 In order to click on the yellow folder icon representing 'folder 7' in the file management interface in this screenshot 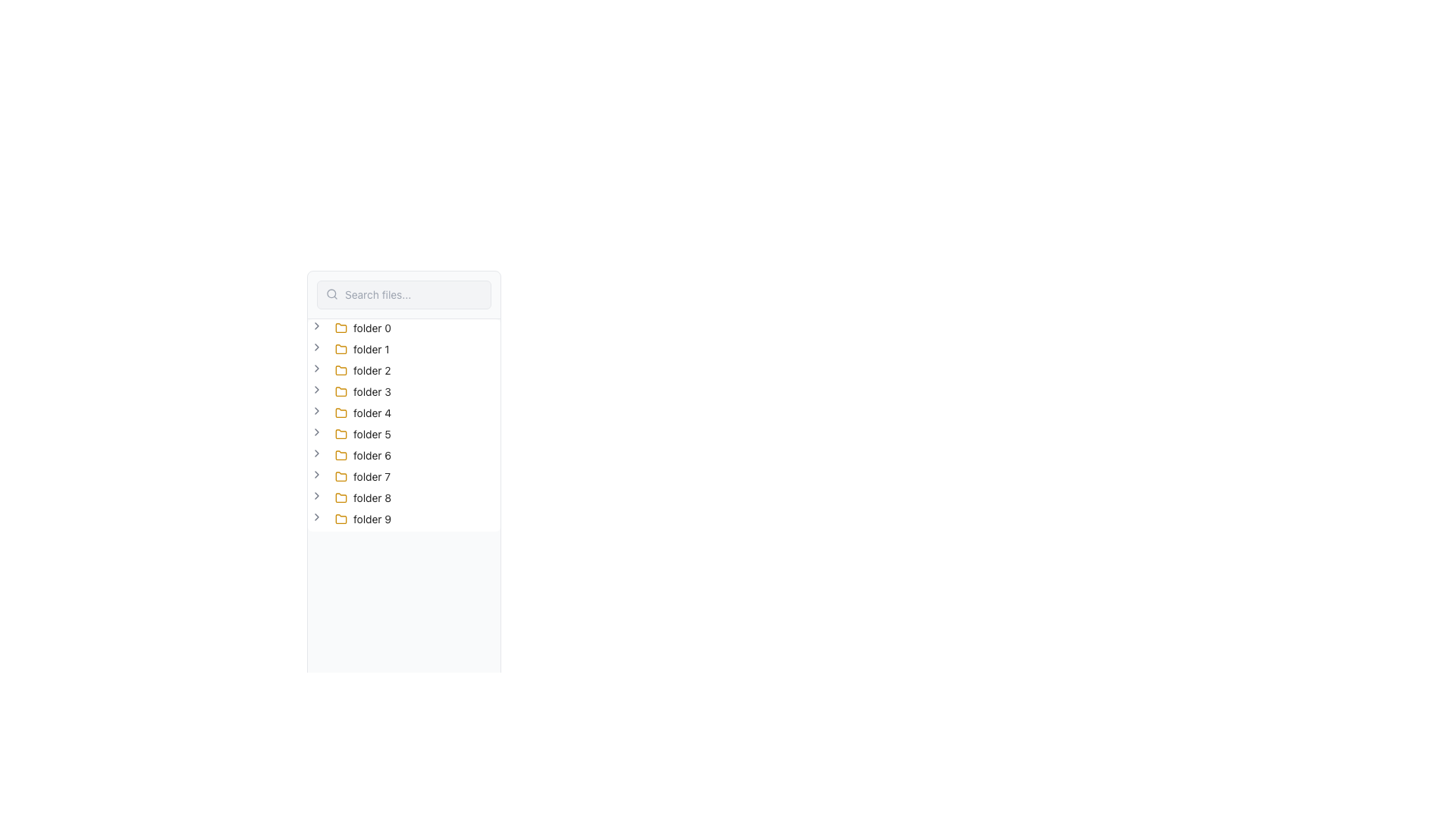, I will do `click(340, 475)`.